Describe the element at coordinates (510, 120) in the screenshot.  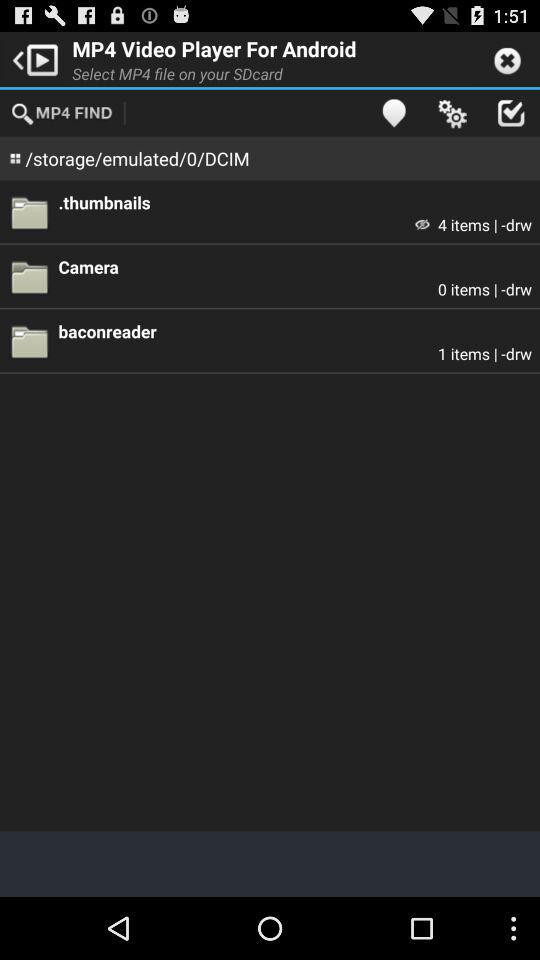
I see `the check icon` at that location.